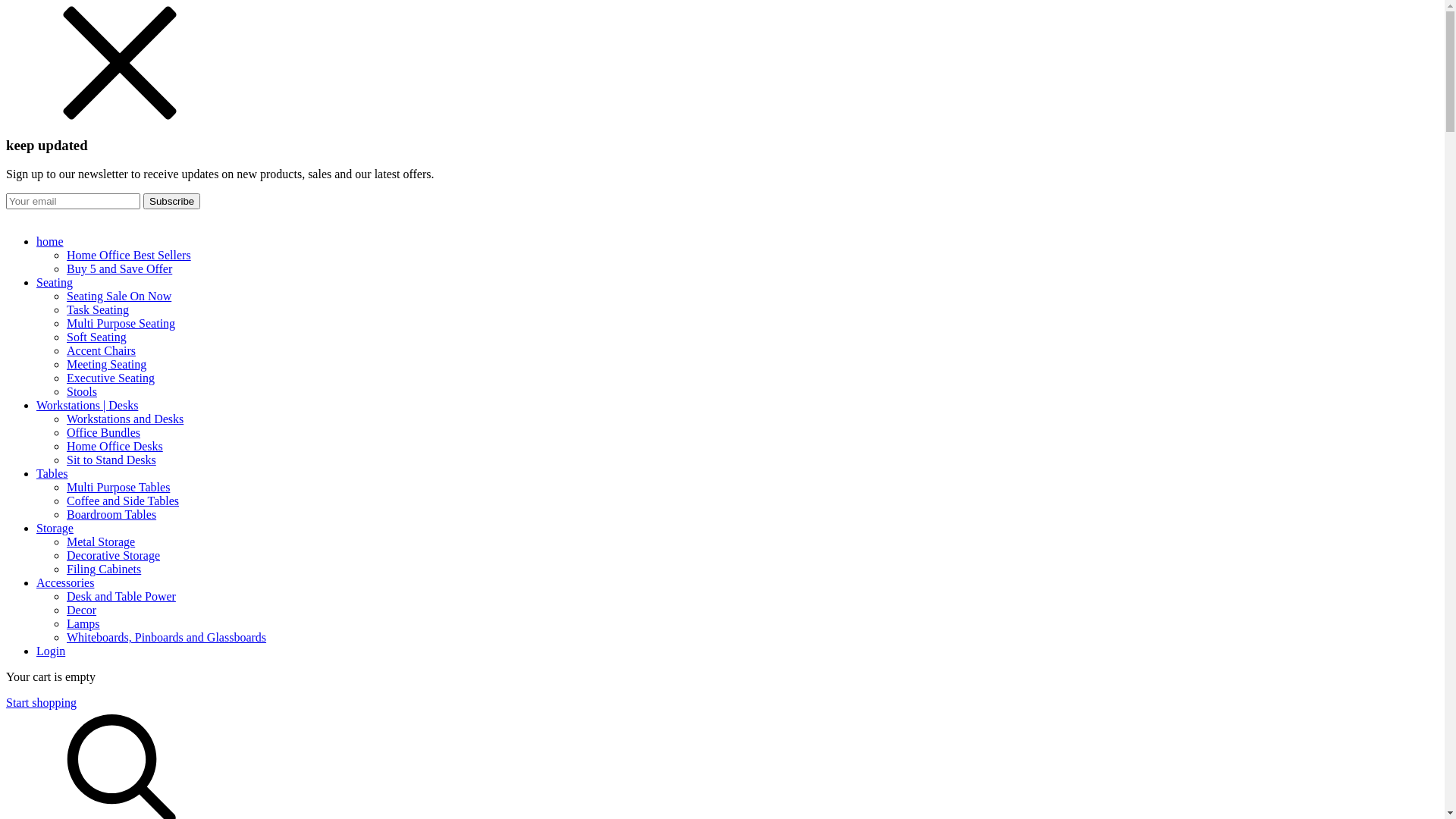  Describe the element at coordinates (128, 254) in the screenshot. I see `'Home Office Best Sellers'` at that location.